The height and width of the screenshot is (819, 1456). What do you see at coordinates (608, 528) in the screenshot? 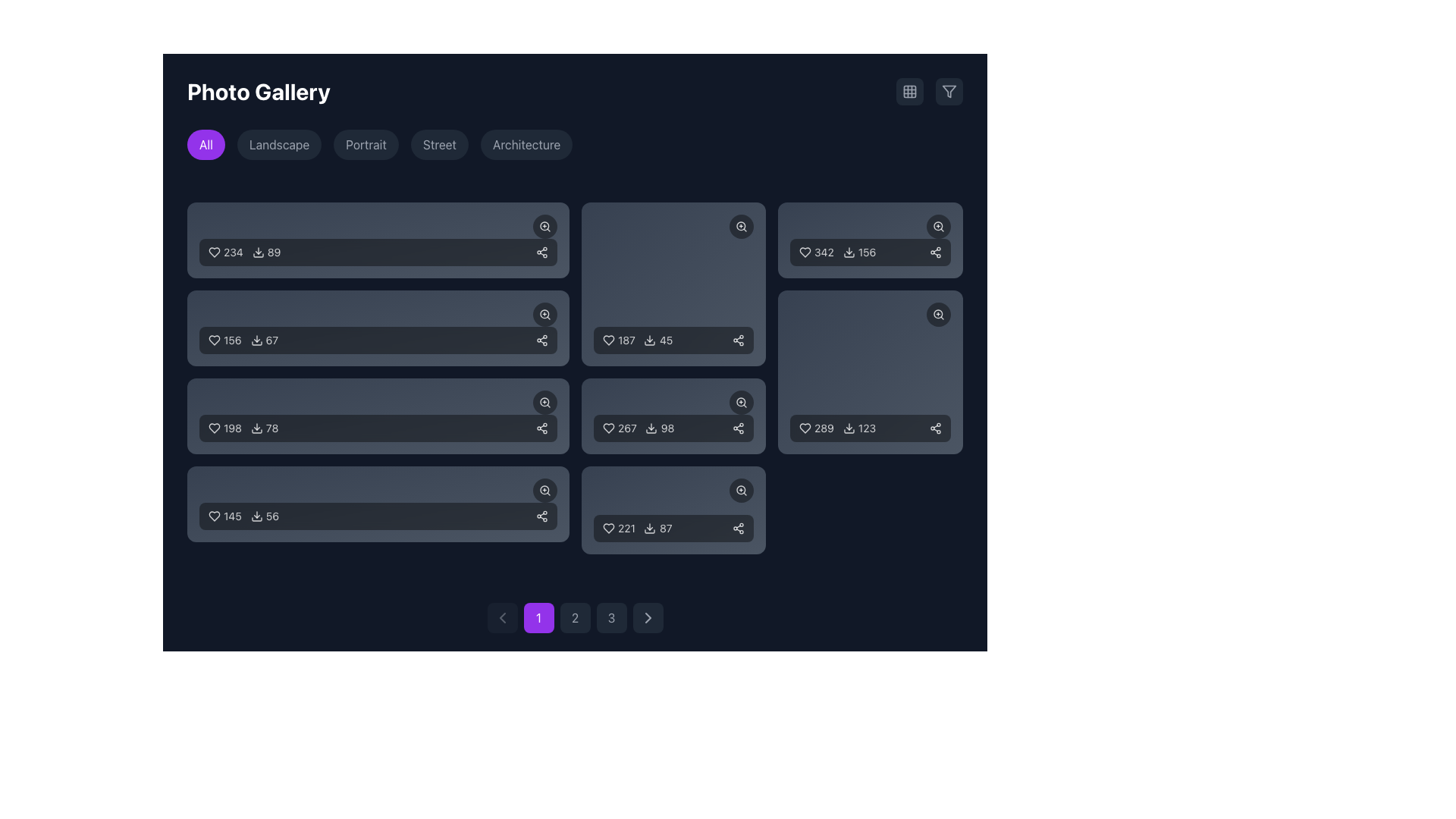
I see `the heart-shaped icon with a hollow interior and white outline, located next to the number '221' in the gallery interface` at bounding box center [608, 528].